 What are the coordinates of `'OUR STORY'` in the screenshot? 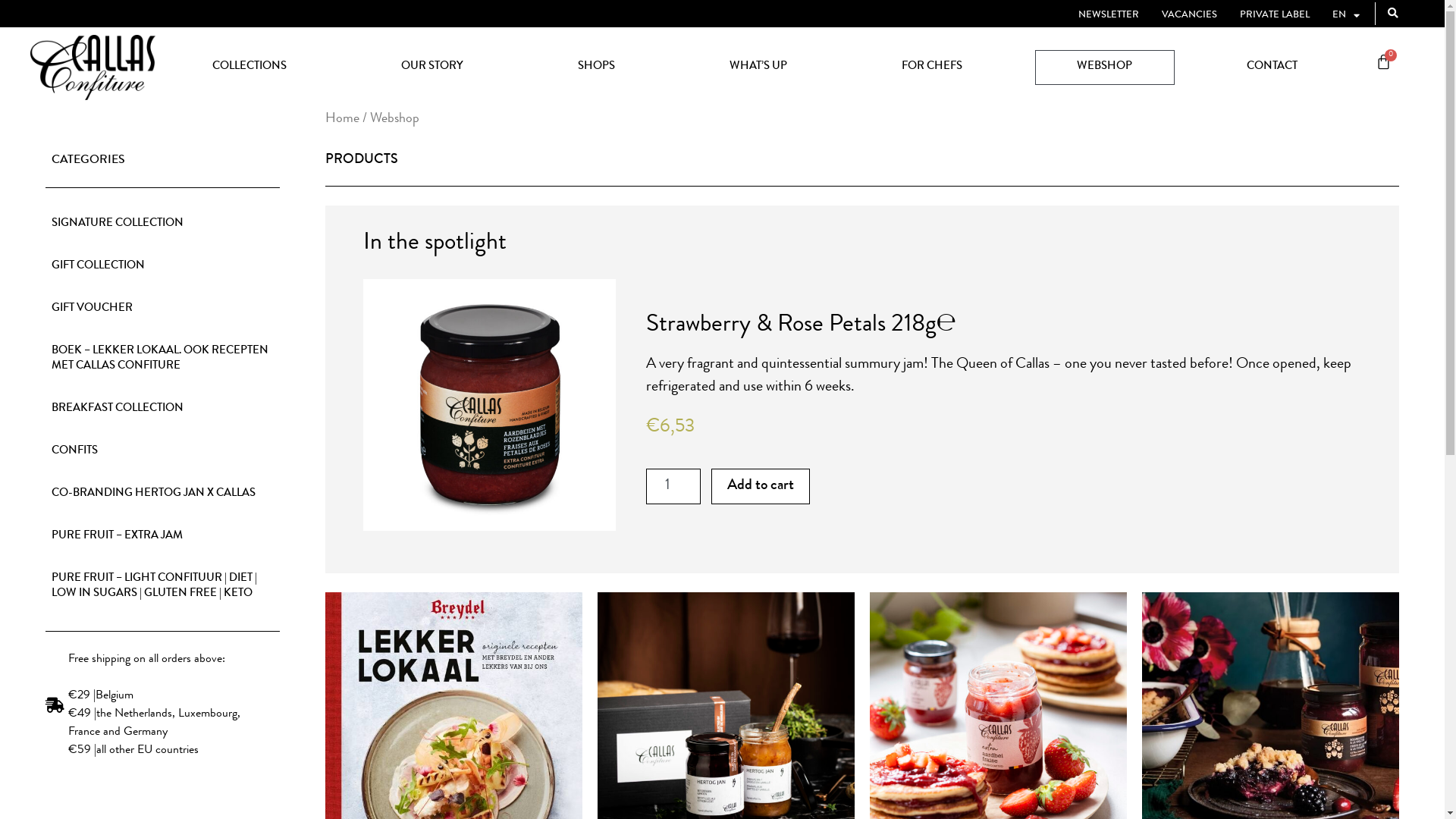 It's located at (359, 66).